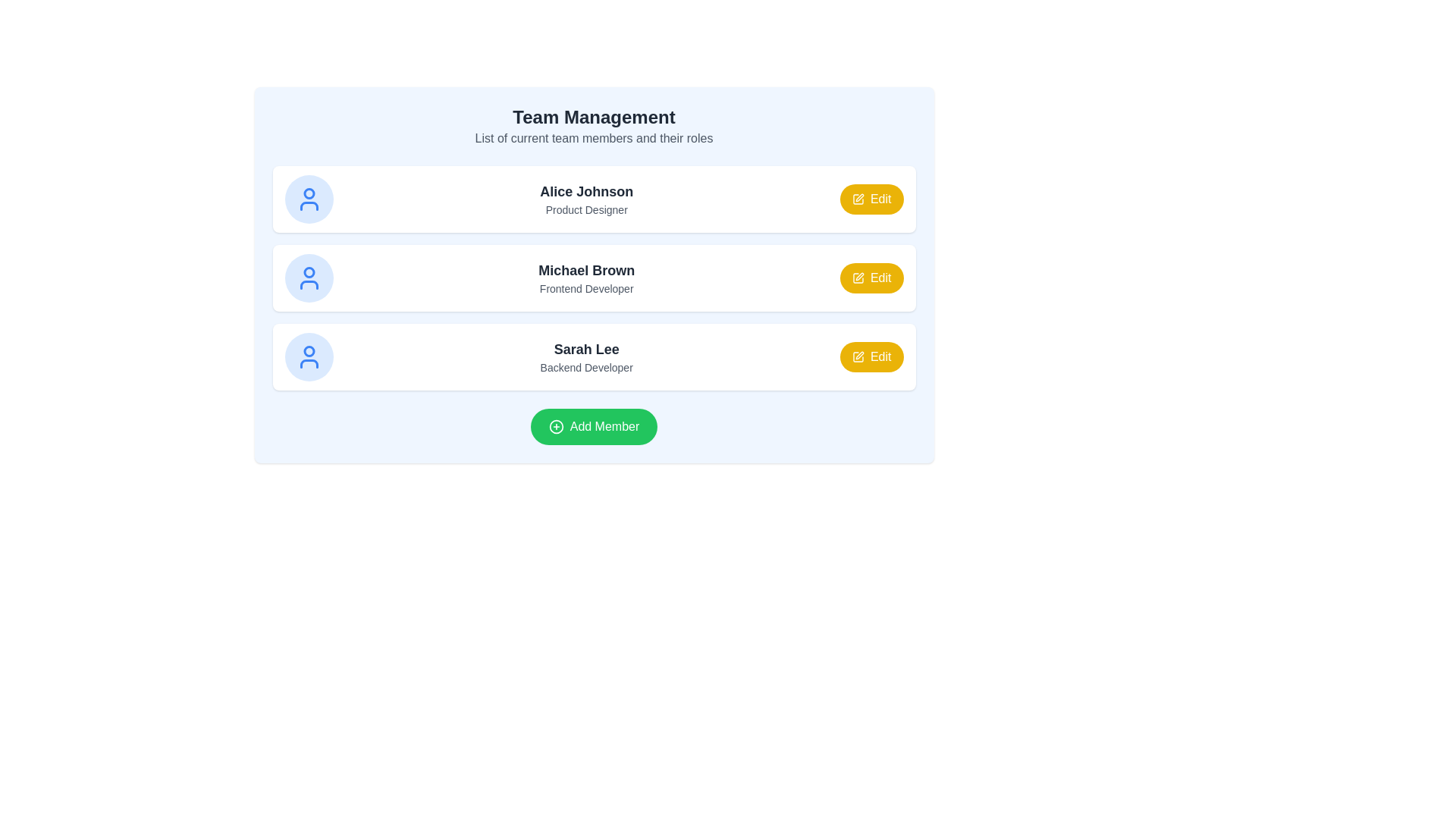 The image size is (1456, 819). I want to click on the text label that describes the action of editing user information for 'Alice Johnson', located on the rightmost edge of the associated button, so click(880, 198).